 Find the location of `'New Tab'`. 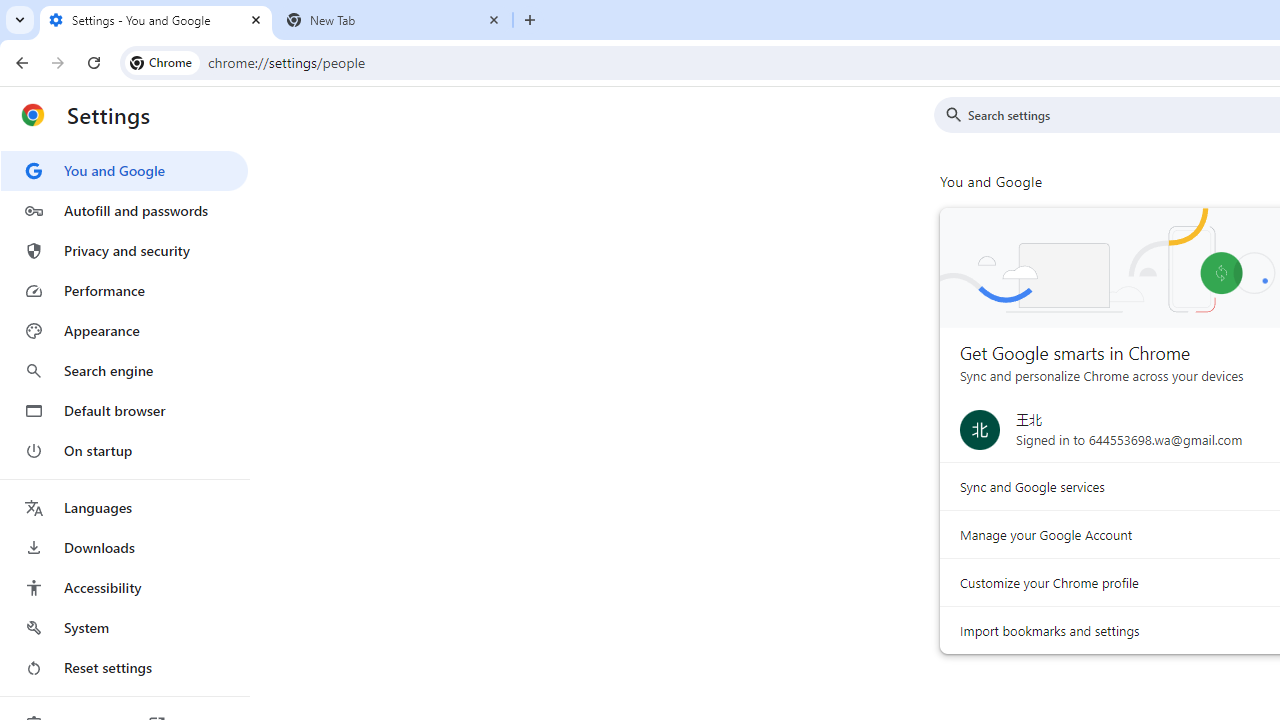

'New Tab' is located at coordinates (394, 20).